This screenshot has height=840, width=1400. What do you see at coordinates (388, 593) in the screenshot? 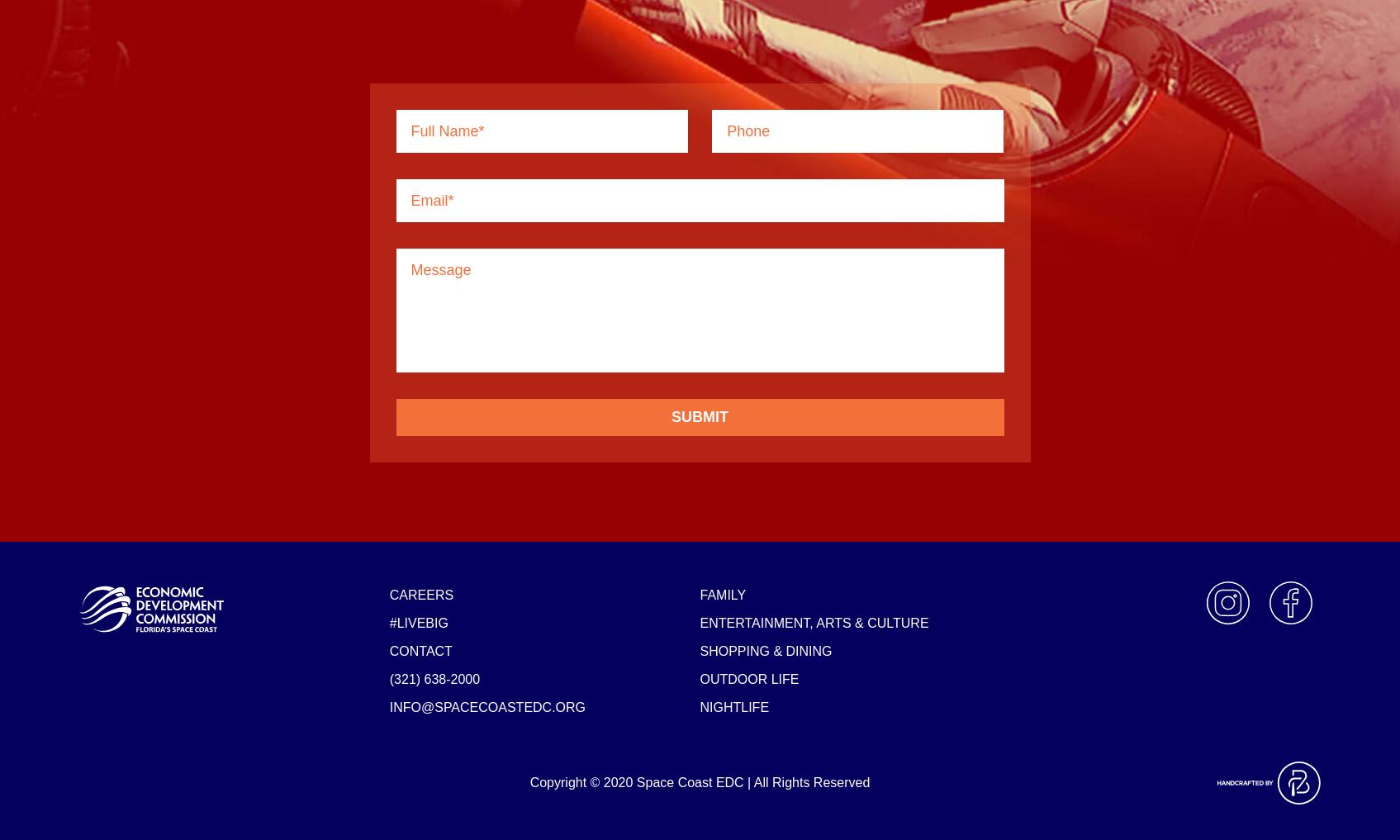
I see `'Careers'` at bounding box center [388, 593].